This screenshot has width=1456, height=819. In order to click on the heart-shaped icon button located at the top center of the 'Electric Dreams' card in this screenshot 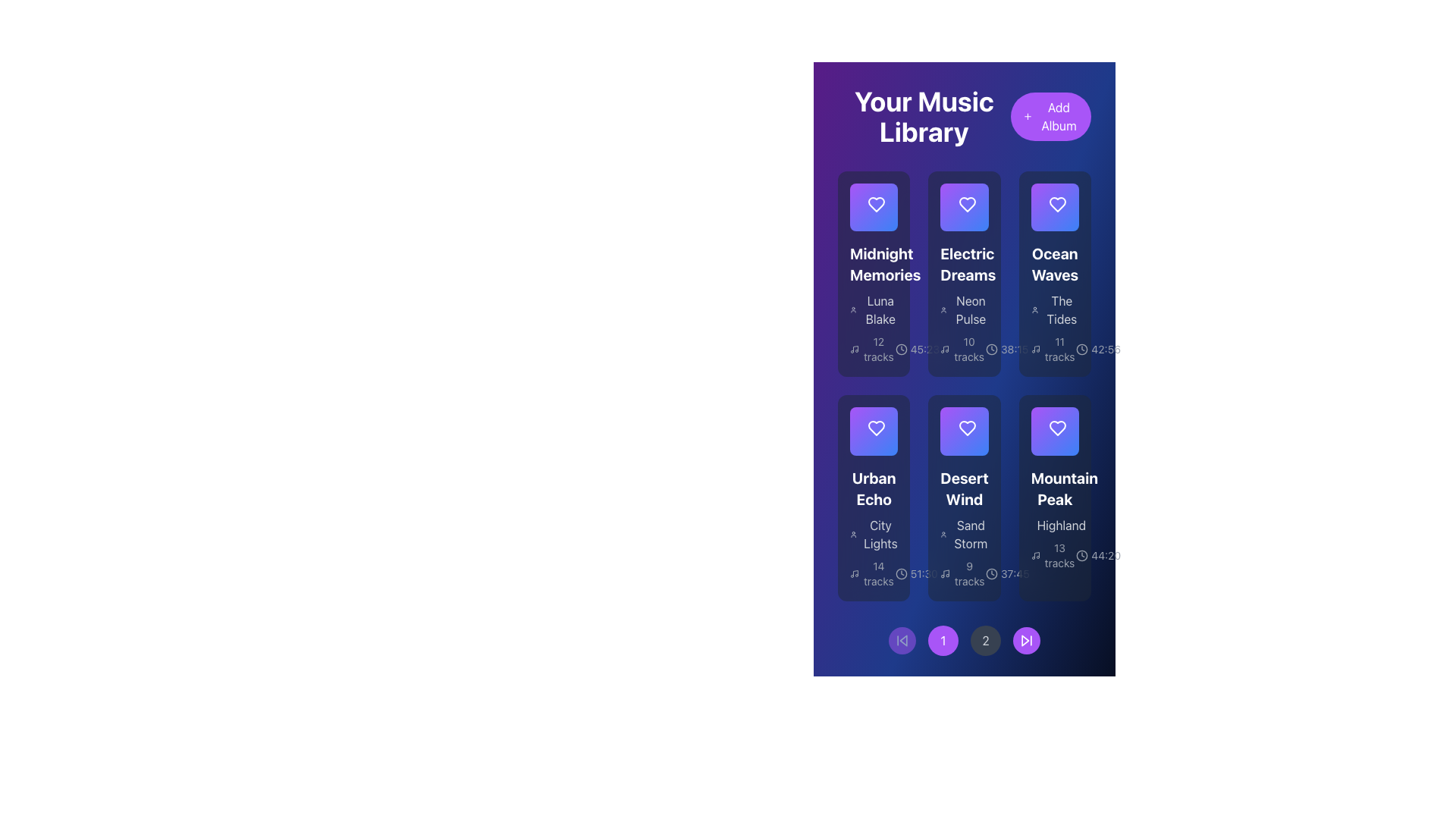, I will do `click(966, 205)`.